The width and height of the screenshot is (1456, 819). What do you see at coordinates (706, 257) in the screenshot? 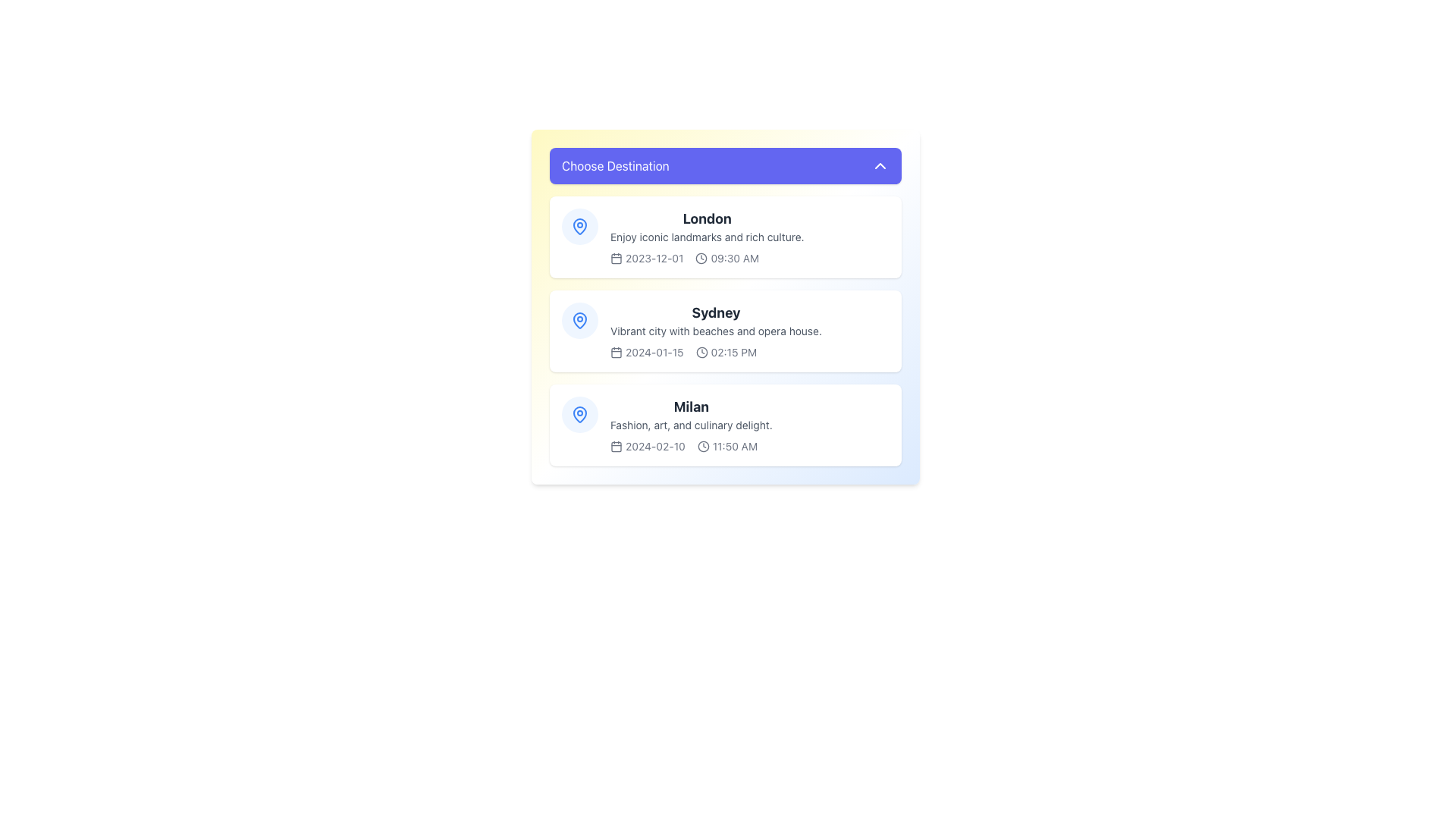
I see `the display text element showing the date and time ('2023-12-01 09:30 AM') with calendar and clock icons, located in the first tile of destination options` at bounding box center [706, 257].